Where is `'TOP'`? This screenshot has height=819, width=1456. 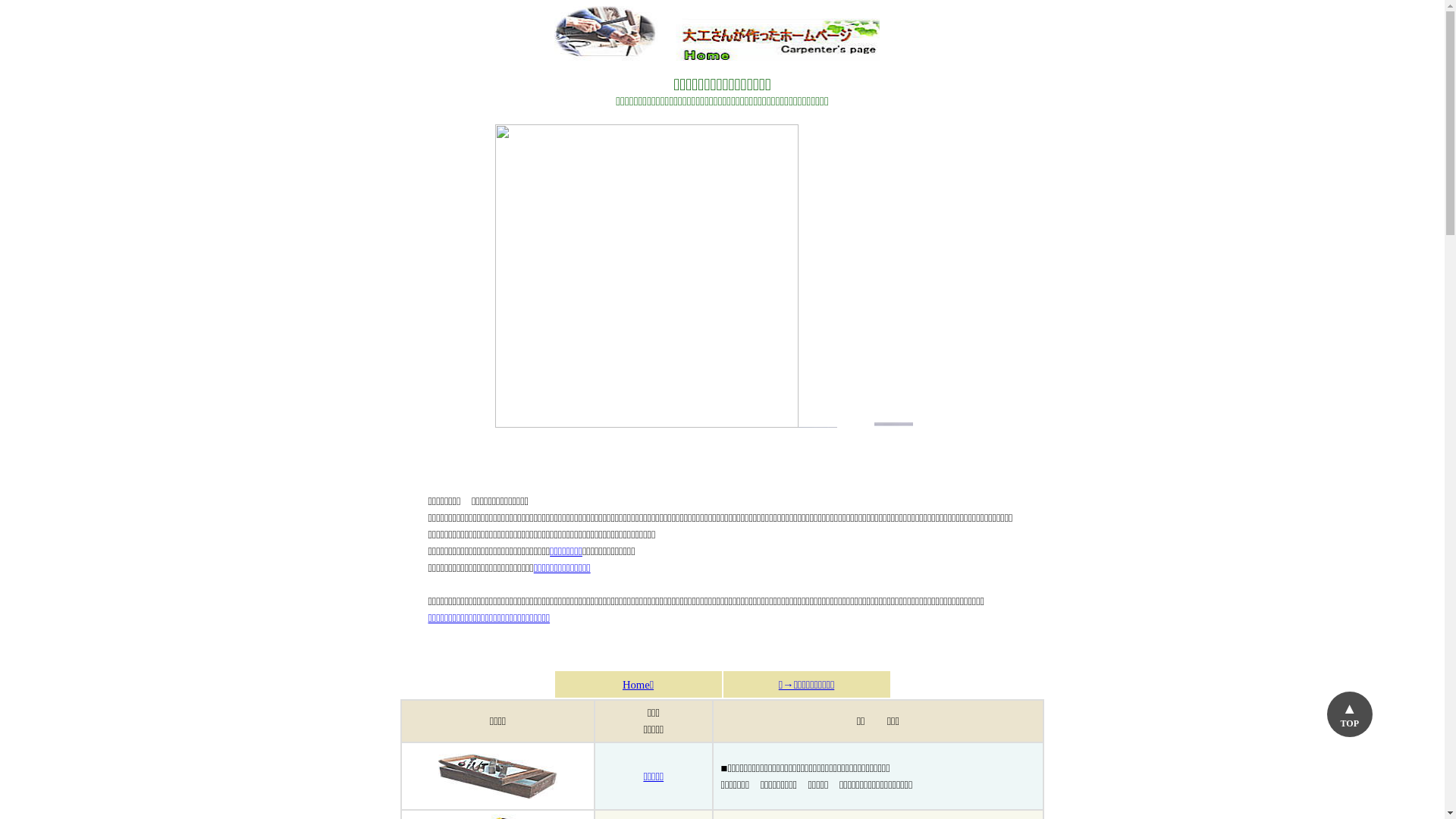
'TOP' is located at coordinates (1350, 714).